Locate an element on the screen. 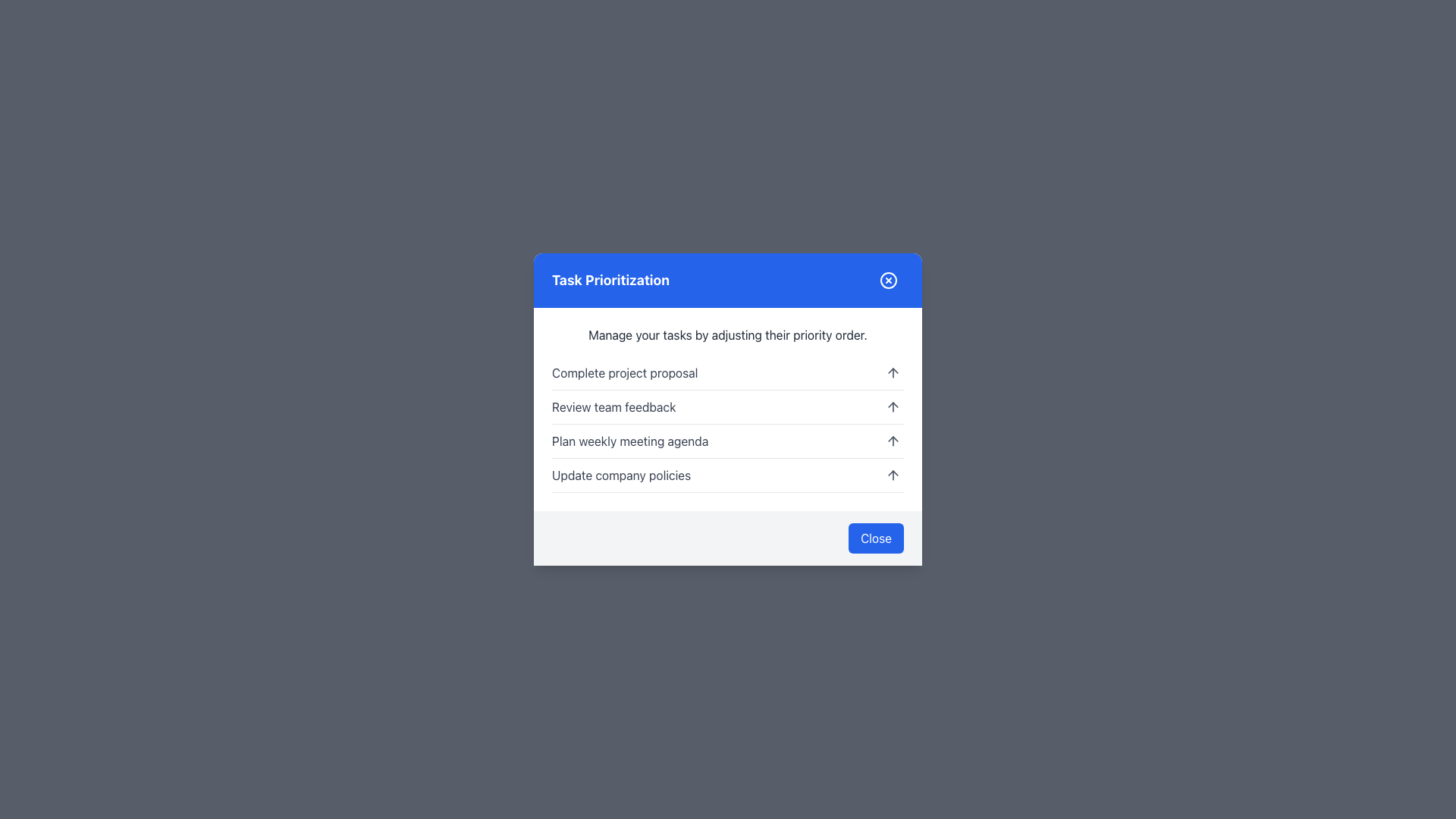  the close button located at the top-right corner of the 'Task Prioritization' dialog is located at coordinates (888, 281).